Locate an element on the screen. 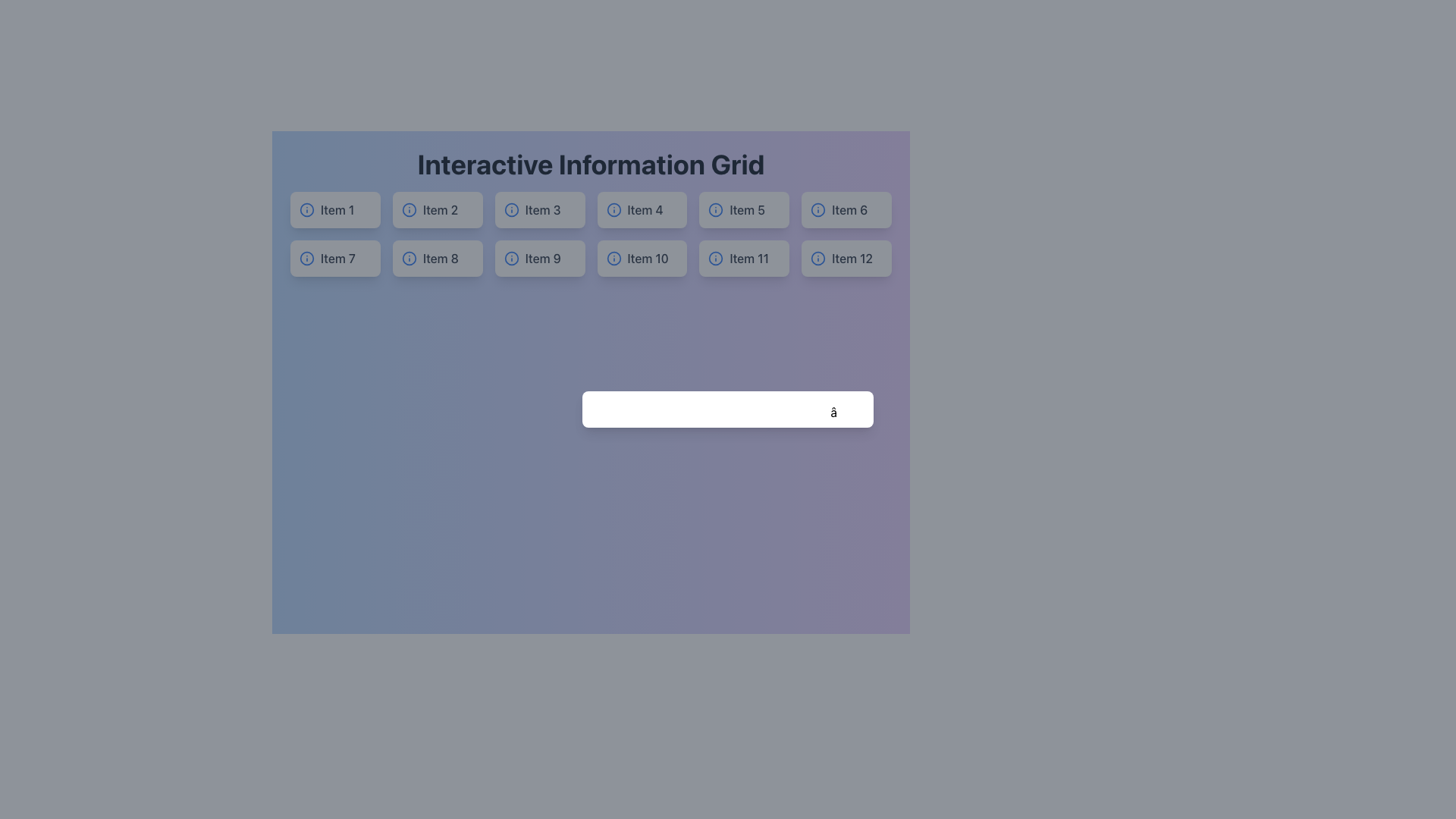  the Text Label that serves as a descriptive label for a button located in the leftmost column of the second row within the grid, accompanied by an icon is located at coordinates (337, 257).